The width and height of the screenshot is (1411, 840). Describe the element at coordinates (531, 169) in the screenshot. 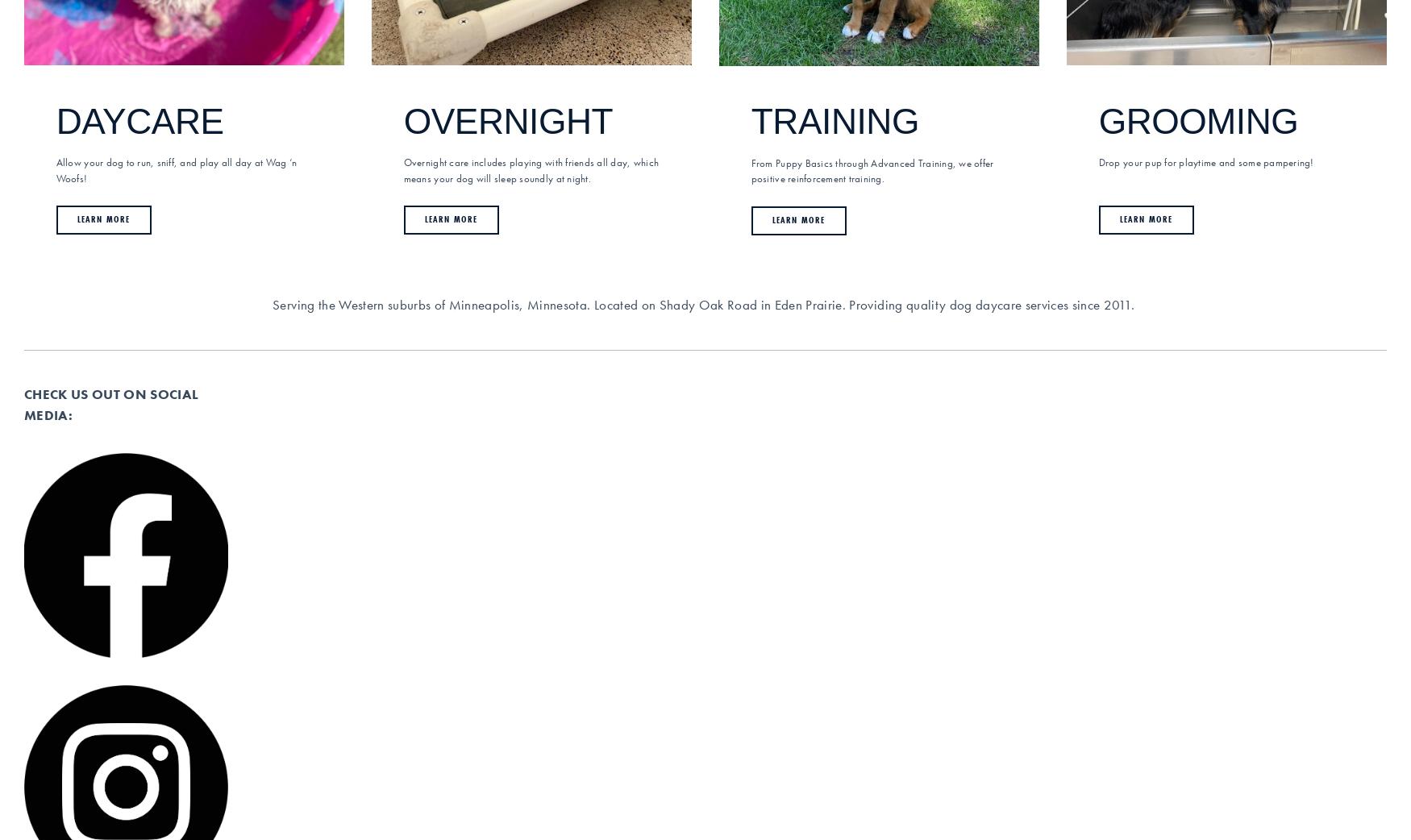

I see `'Overnight care includes playing with friends all day, which means your dog will sleep soundly at night.'` at that location.